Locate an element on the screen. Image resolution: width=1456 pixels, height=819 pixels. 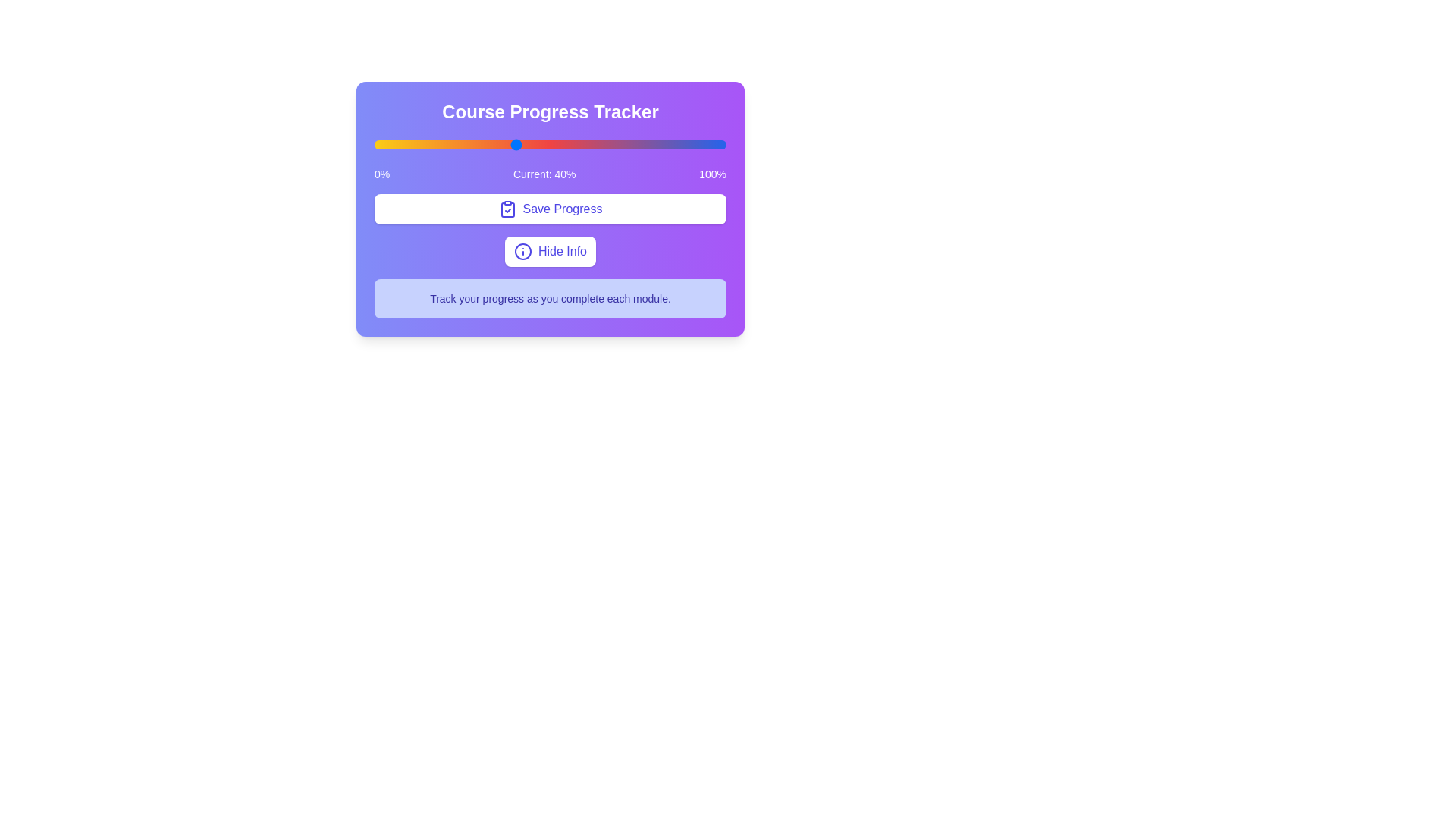
the course progress is located at coordinates (487, 145).